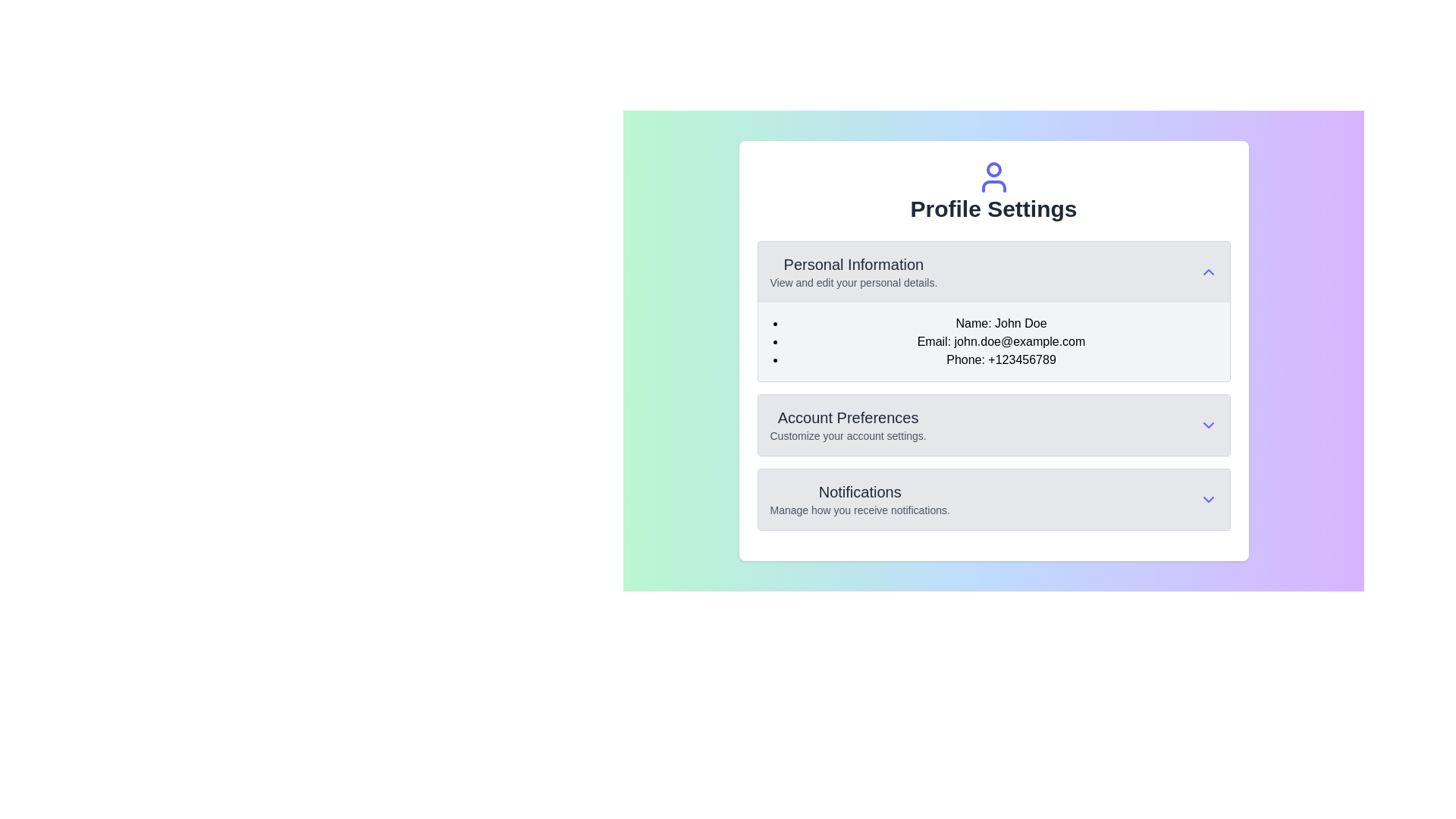  What do you see at coordinates (1207, 500) in the screenshot?
I see `the Chevron Indicator icon located at the right end of the Notifications section header` at bounding box center [1207, 500].